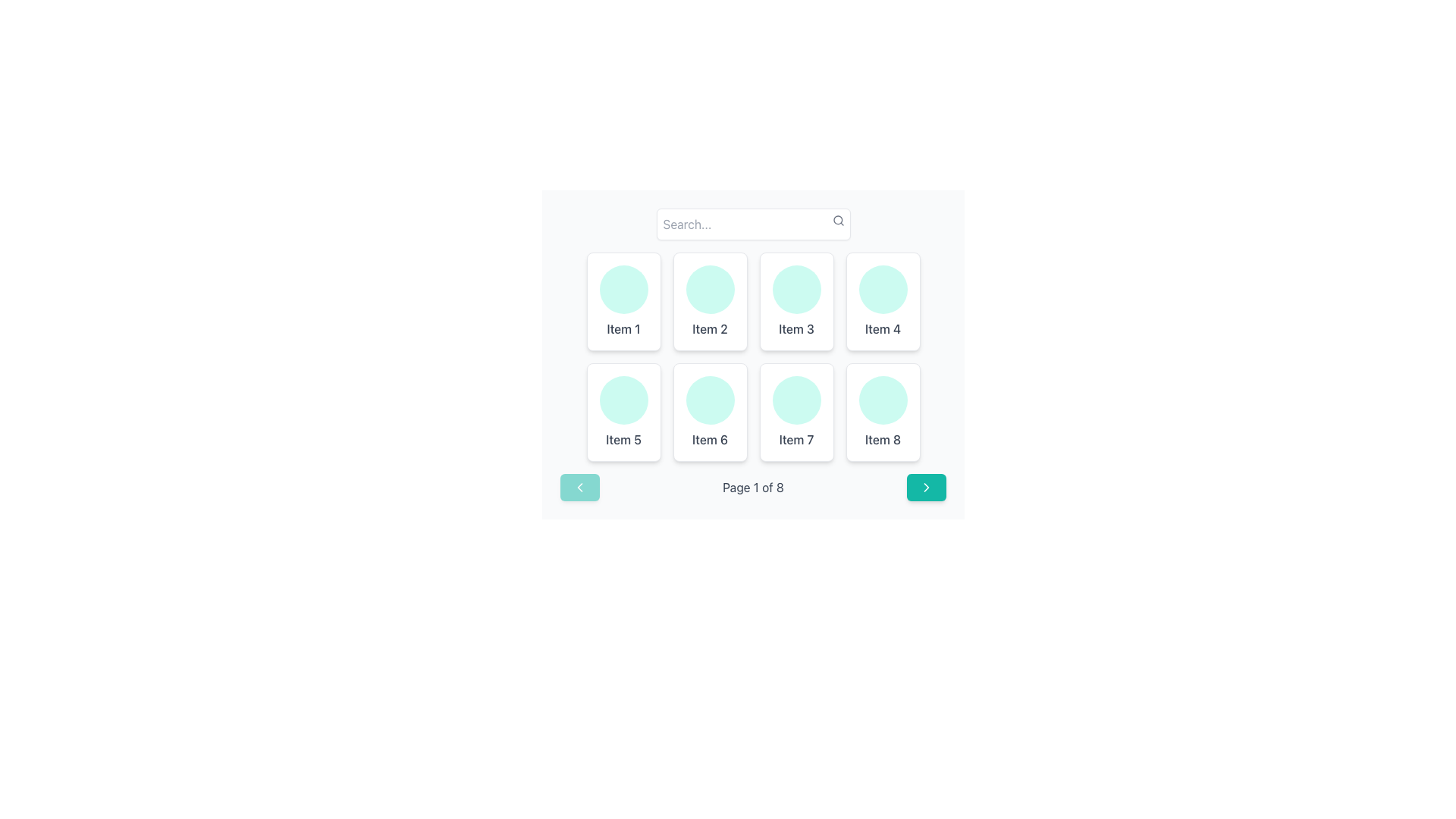 The image size is (1456, 819). Describe the element at coordinates (709, 328) in the screenshot. I see `the 'Item 2' text label, which represents the second item in the grid, located below a circular icon within the second card of a 2x4 grid structure` at that location.